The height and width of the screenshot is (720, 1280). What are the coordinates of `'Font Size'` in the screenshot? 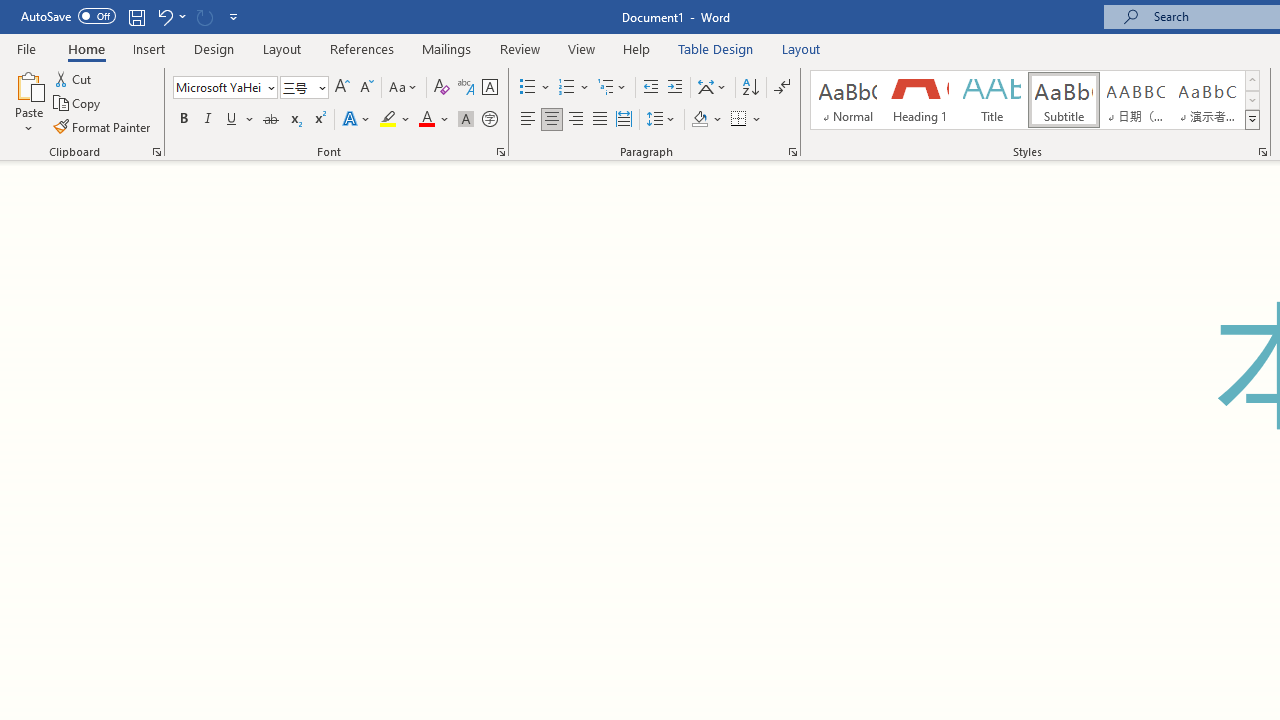 It's located at (297, 86).